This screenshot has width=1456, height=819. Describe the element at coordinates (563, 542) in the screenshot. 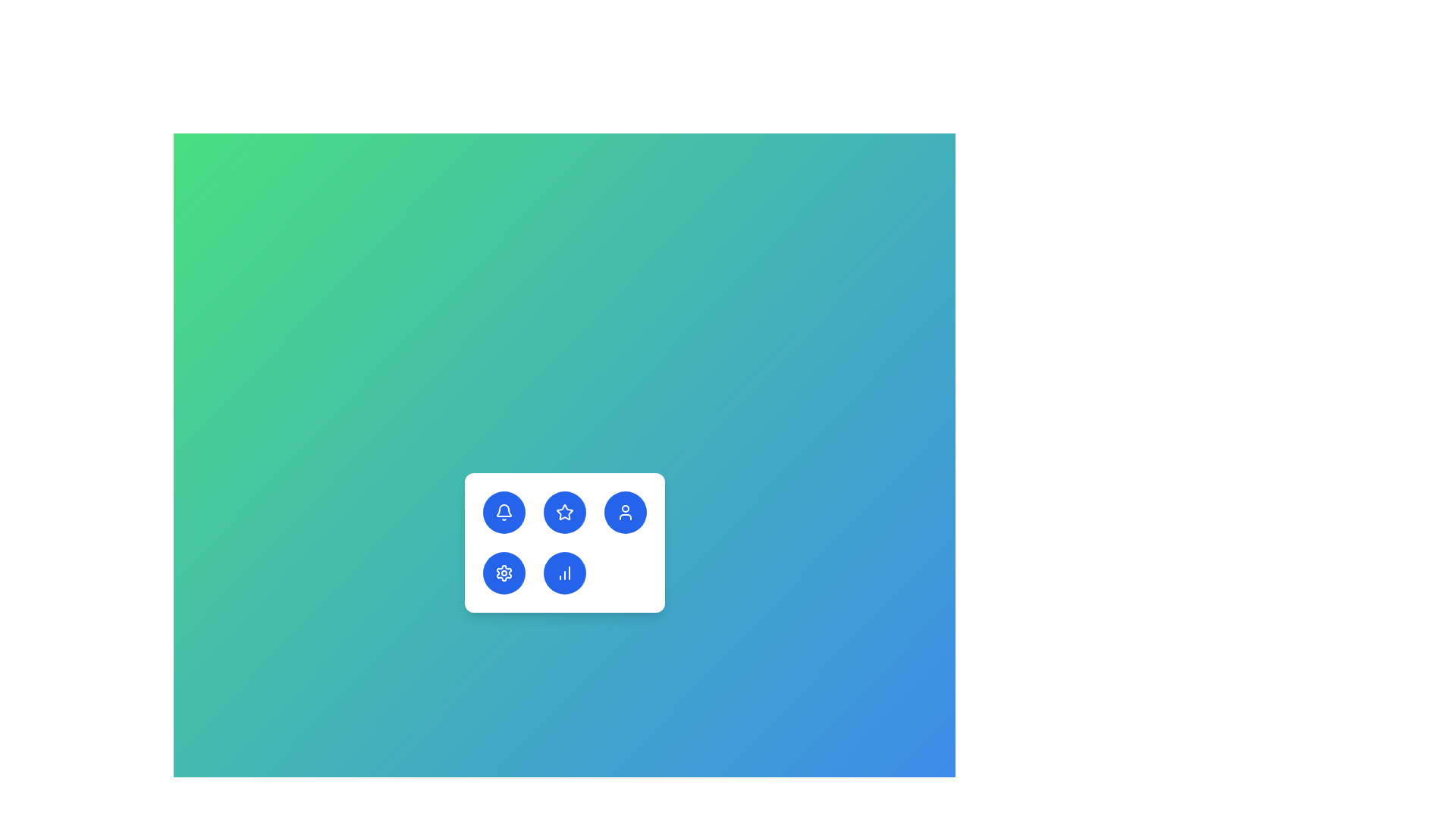

I see `the button located in the second column of the second row of the grid layout within a white card element` at that location.